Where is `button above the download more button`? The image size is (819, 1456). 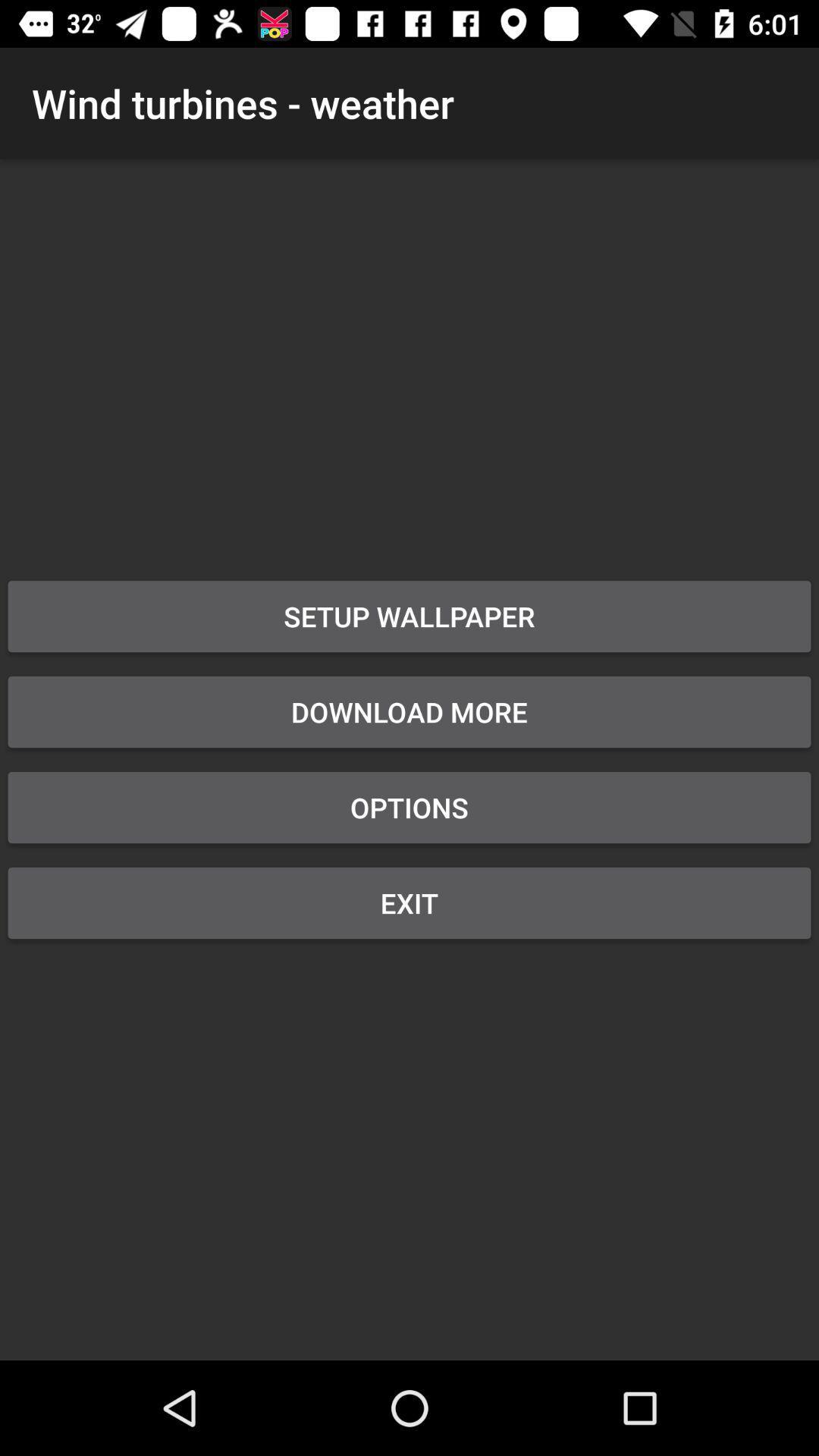 button above the download more button is located at coordinates (409, 616).